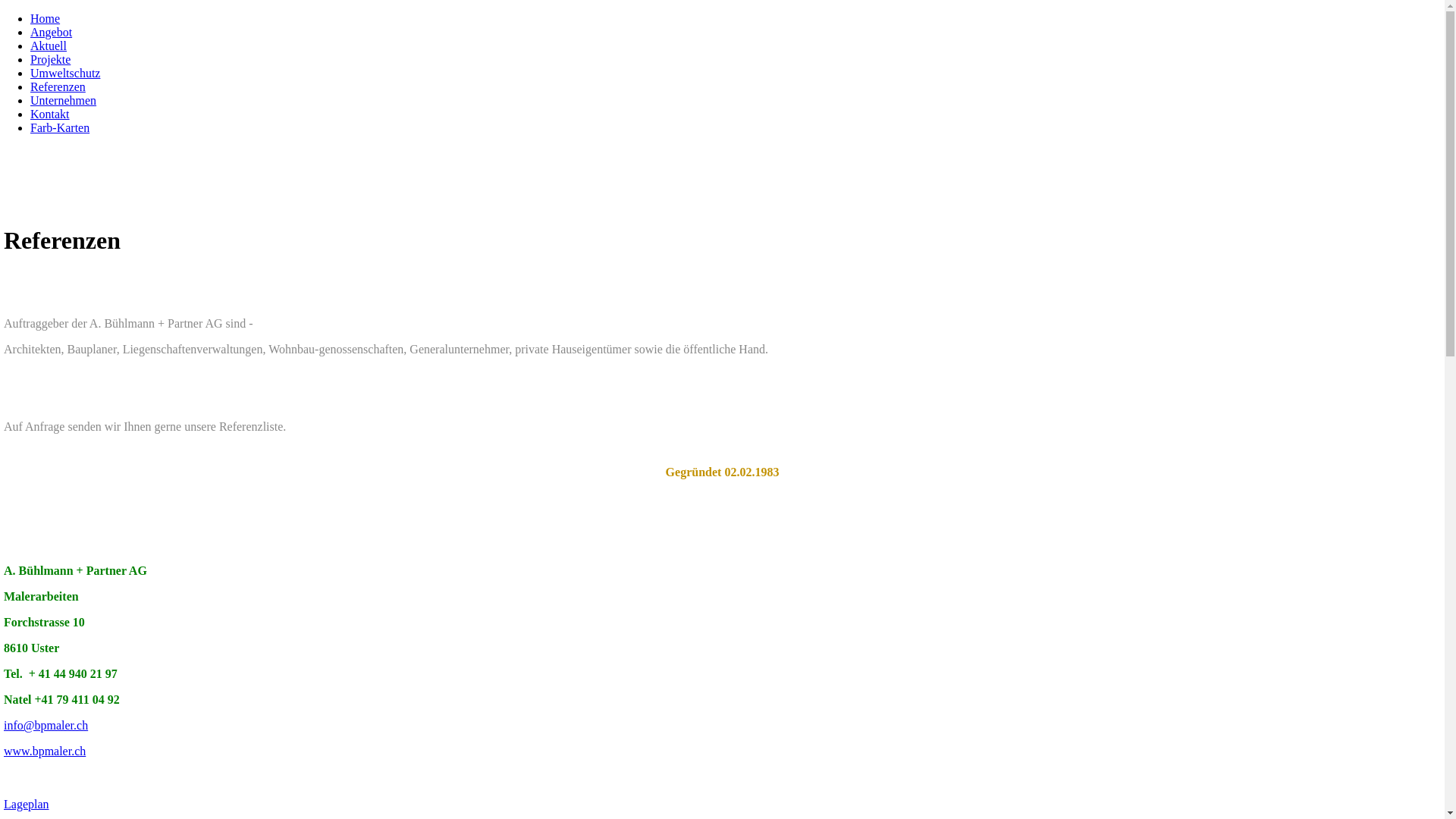  What do you see at coordinates (45, 724) in the screenshot?
I see `'info@bpmaler.ch'` at bounding box center [45, 724].